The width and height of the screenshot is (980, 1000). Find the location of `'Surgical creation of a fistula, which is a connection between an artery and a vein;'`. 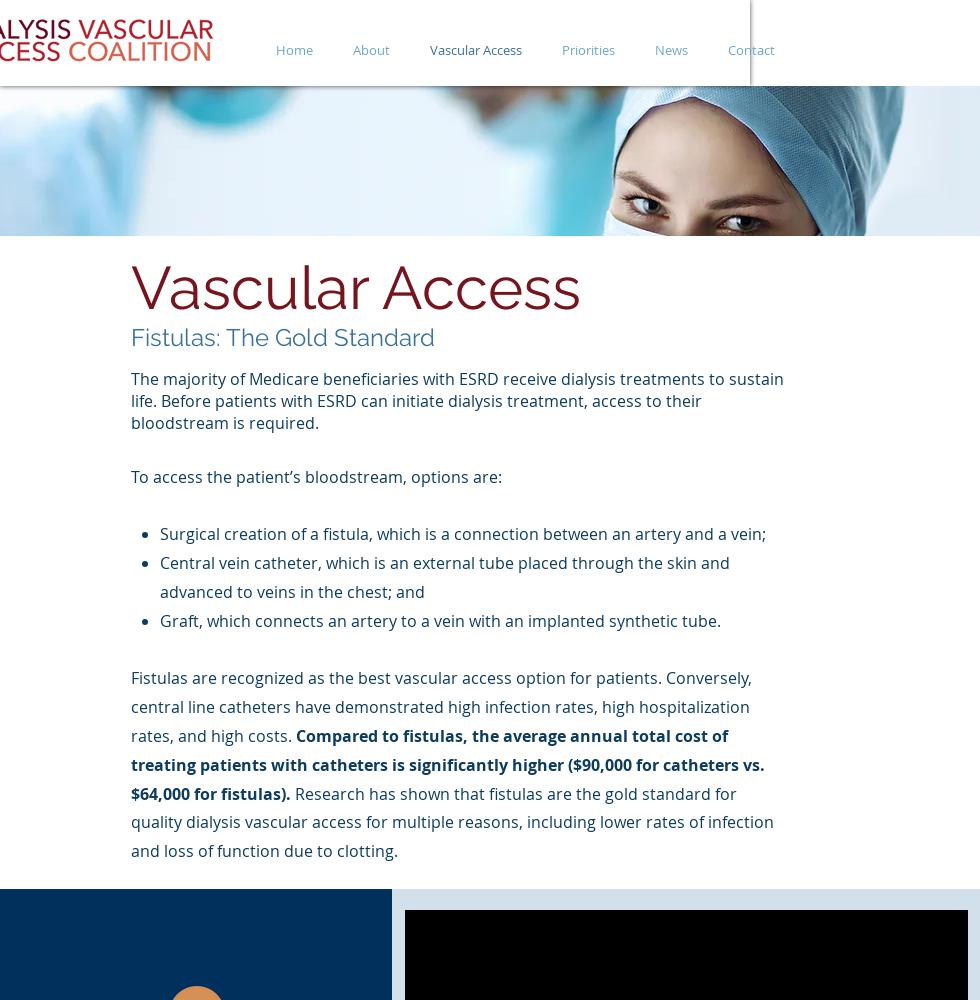

'Surgical creation of a fistula, which is a connection between an artery and a vein;' is located at coordinates (461, 534).